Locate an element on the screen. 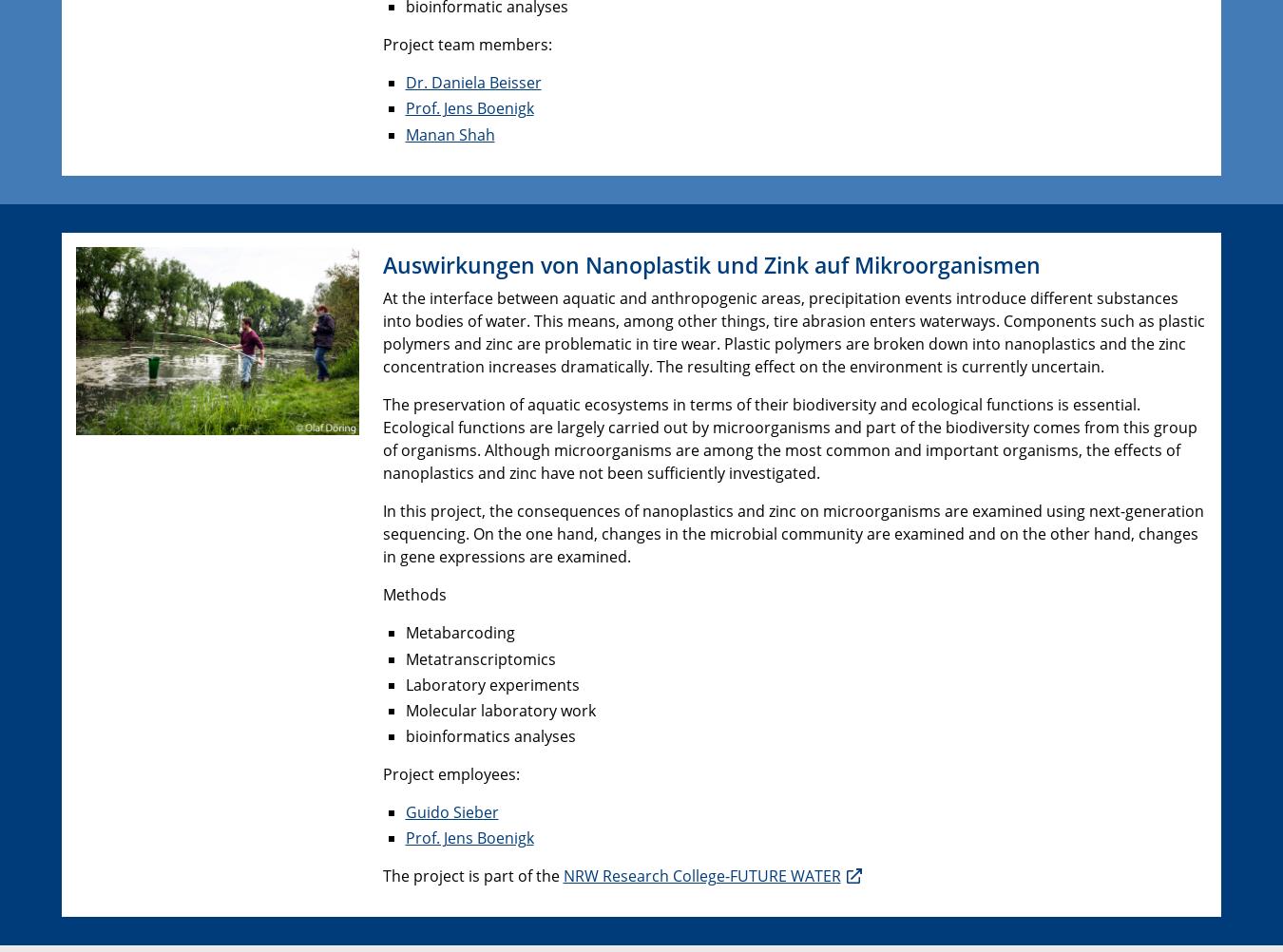  'Guido Sieber' is located at coordinates (450, 812).